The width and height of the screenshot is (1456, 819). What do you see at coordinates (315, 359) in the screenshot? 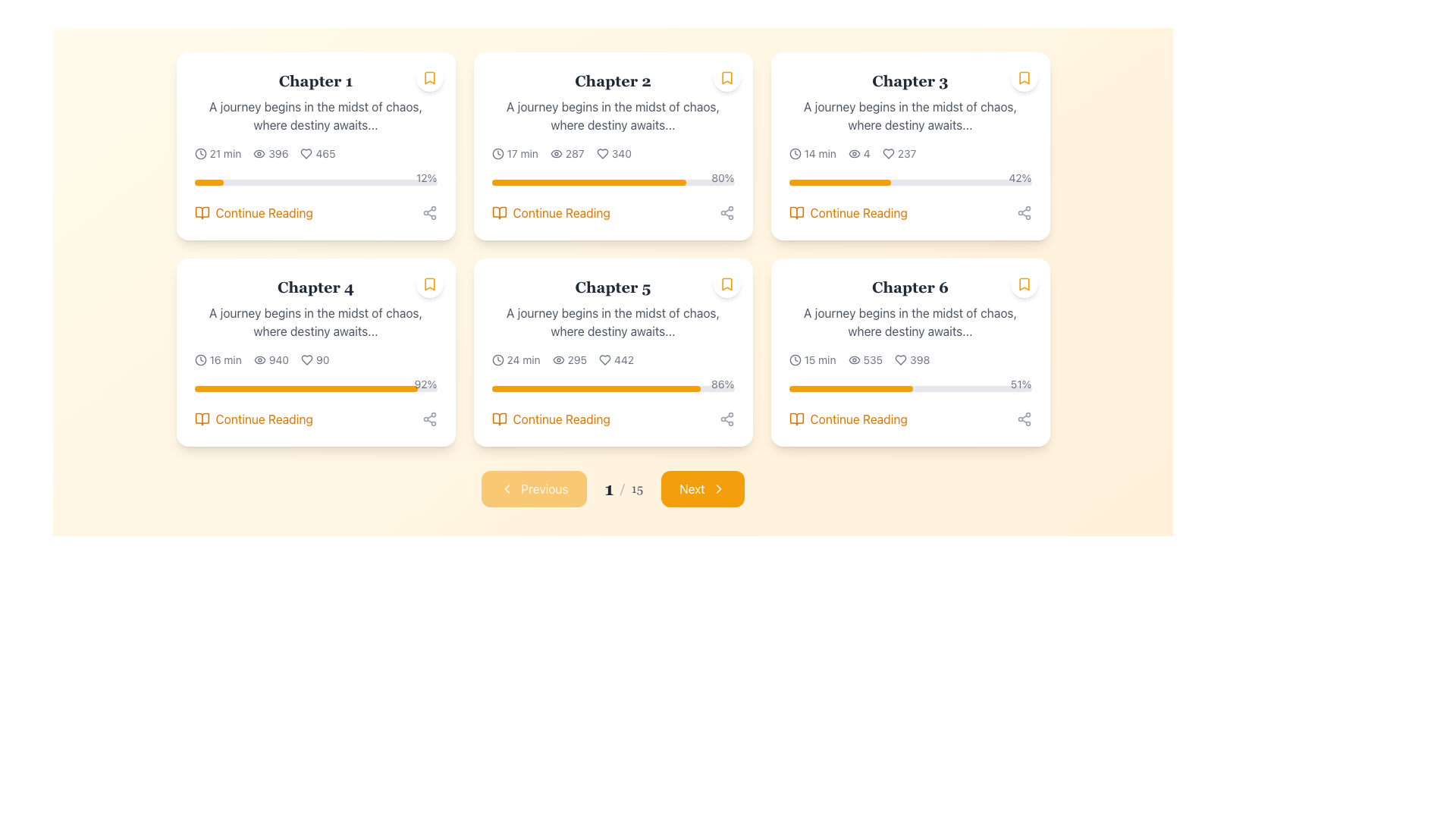
I see `the Information display group comprising icons and numeric indicators, which contains a clock icon, a views number, and a heart icon with likes number, located in the fourth card from the left on the second row` at bounding box center [315, 359].